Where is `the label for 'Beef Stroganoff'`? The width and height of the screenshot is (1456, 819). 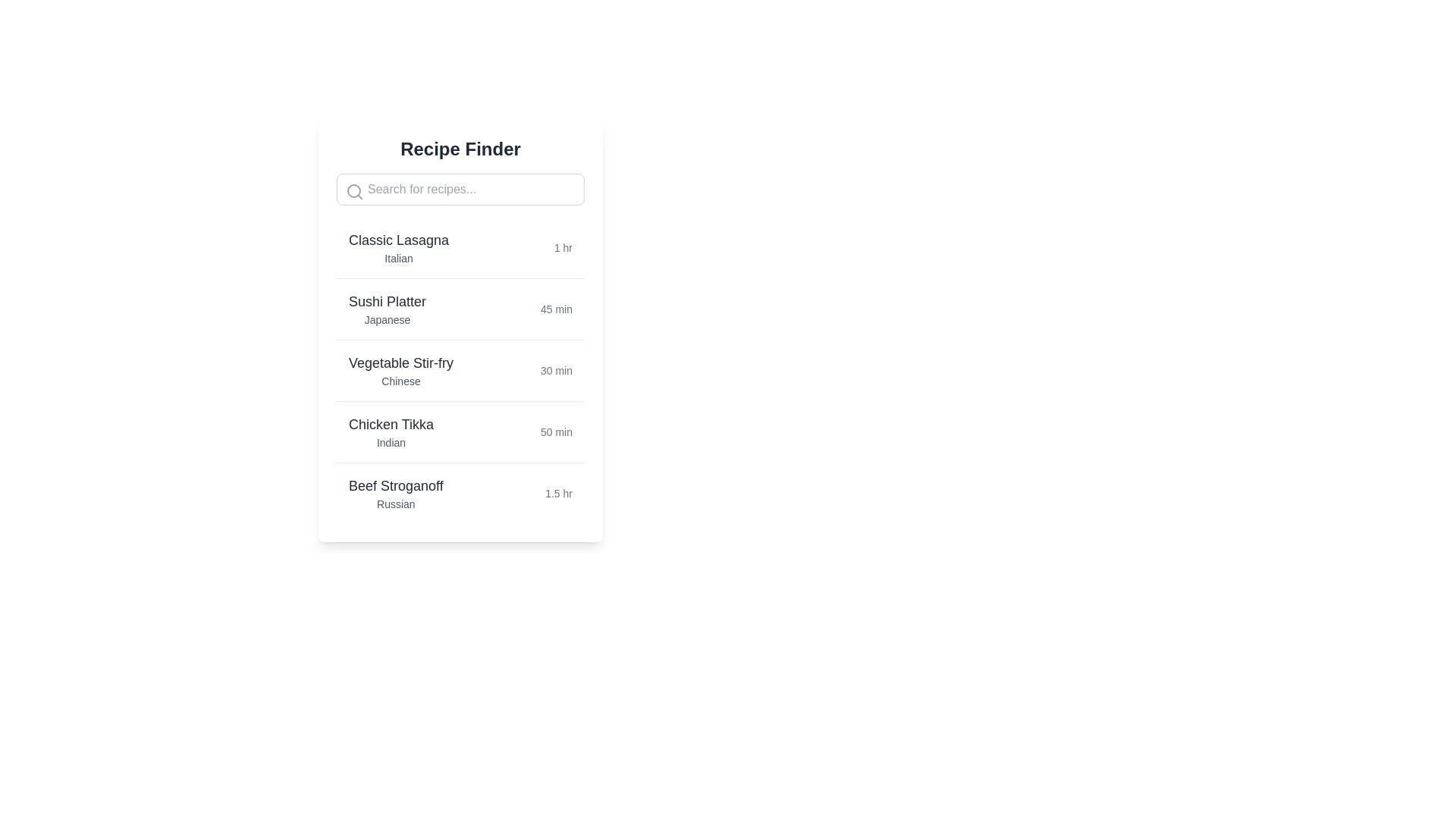 the label for 'Beef Stroganoff' is located at coordinates (396, 485).